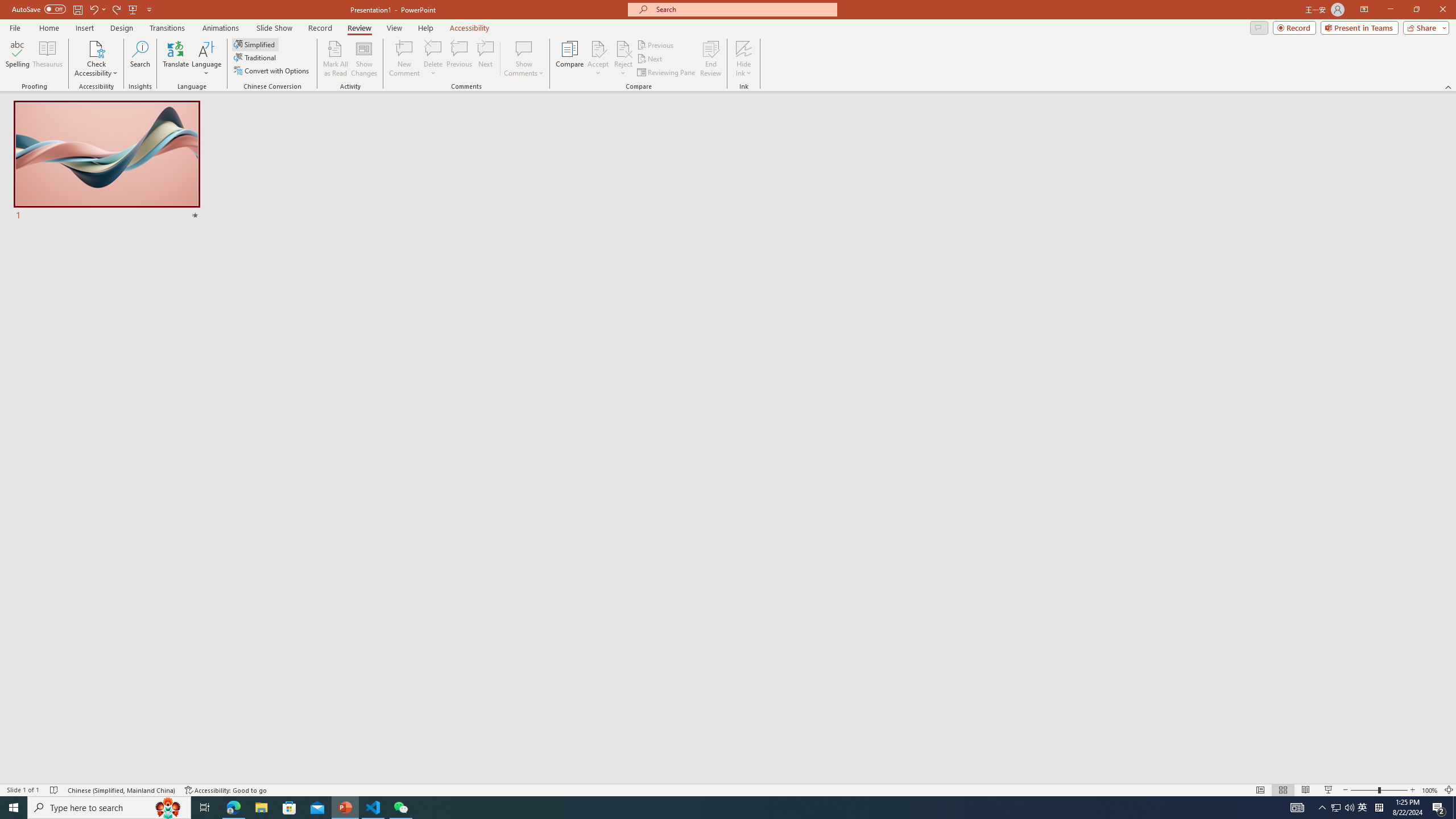 This screenshot has width=1456, height=819. I want to click on 'Redo', so click(117, 9).